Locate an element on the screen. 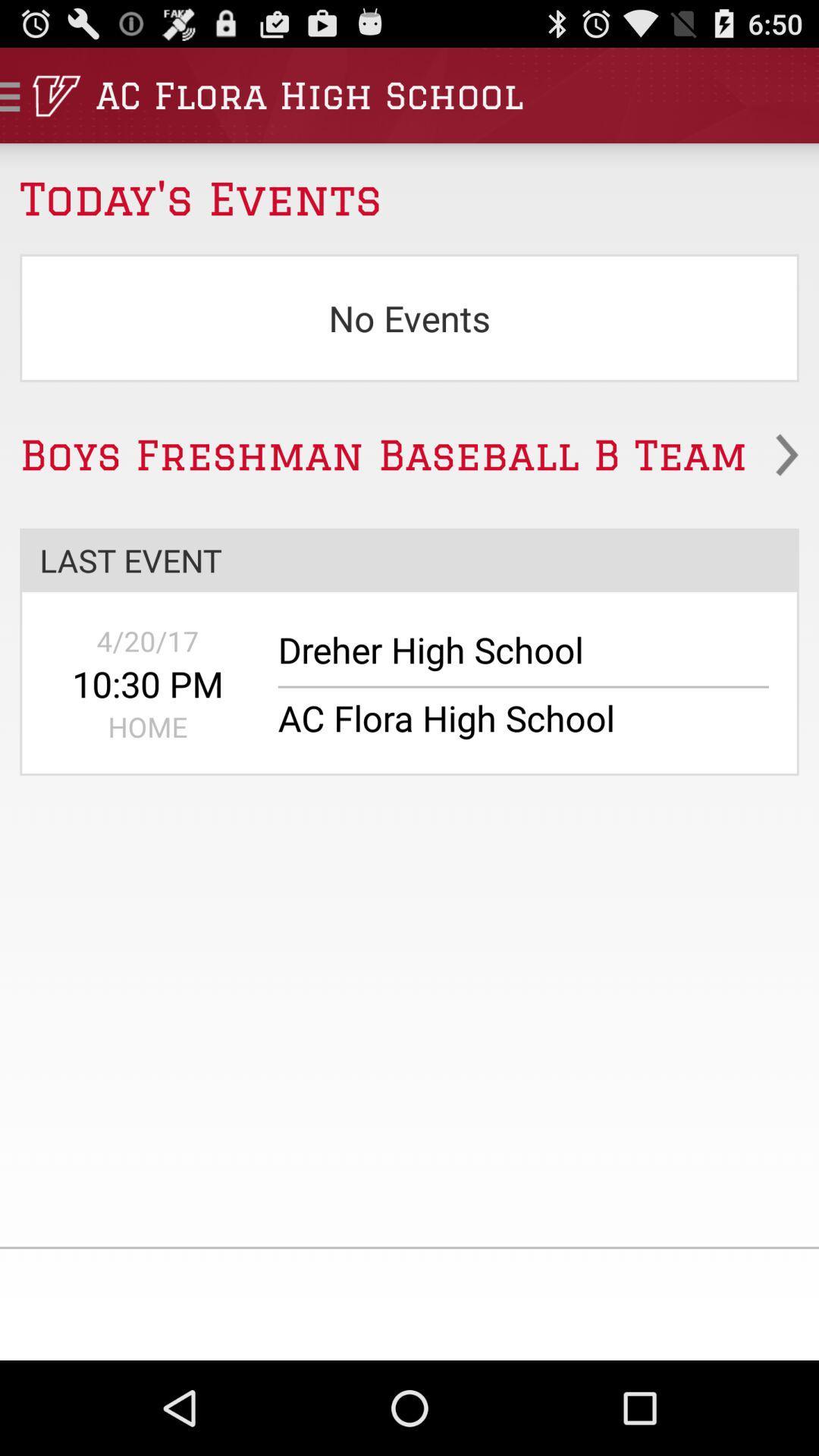  today's events item is located at coordinates (409, 188).